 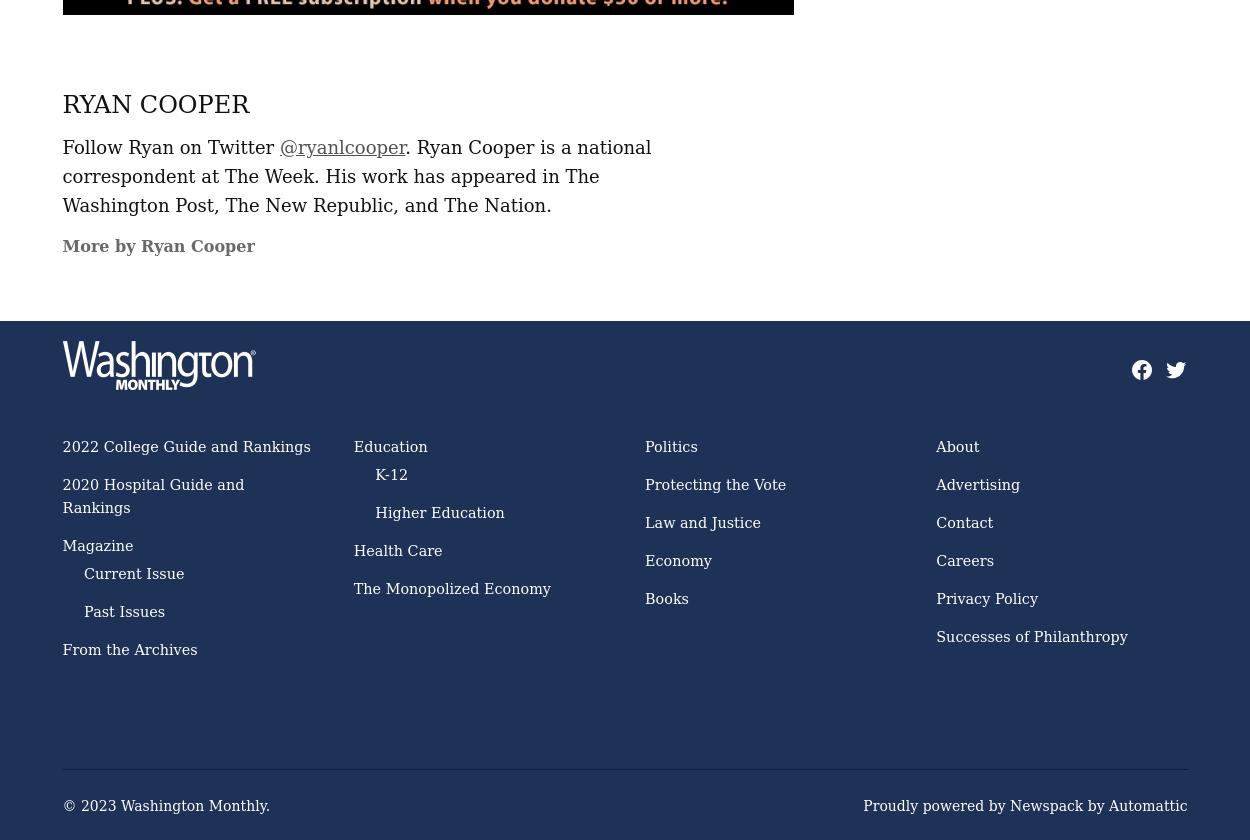 I want to click on 'The Monopolized Economy', so click(x=450, y=589).